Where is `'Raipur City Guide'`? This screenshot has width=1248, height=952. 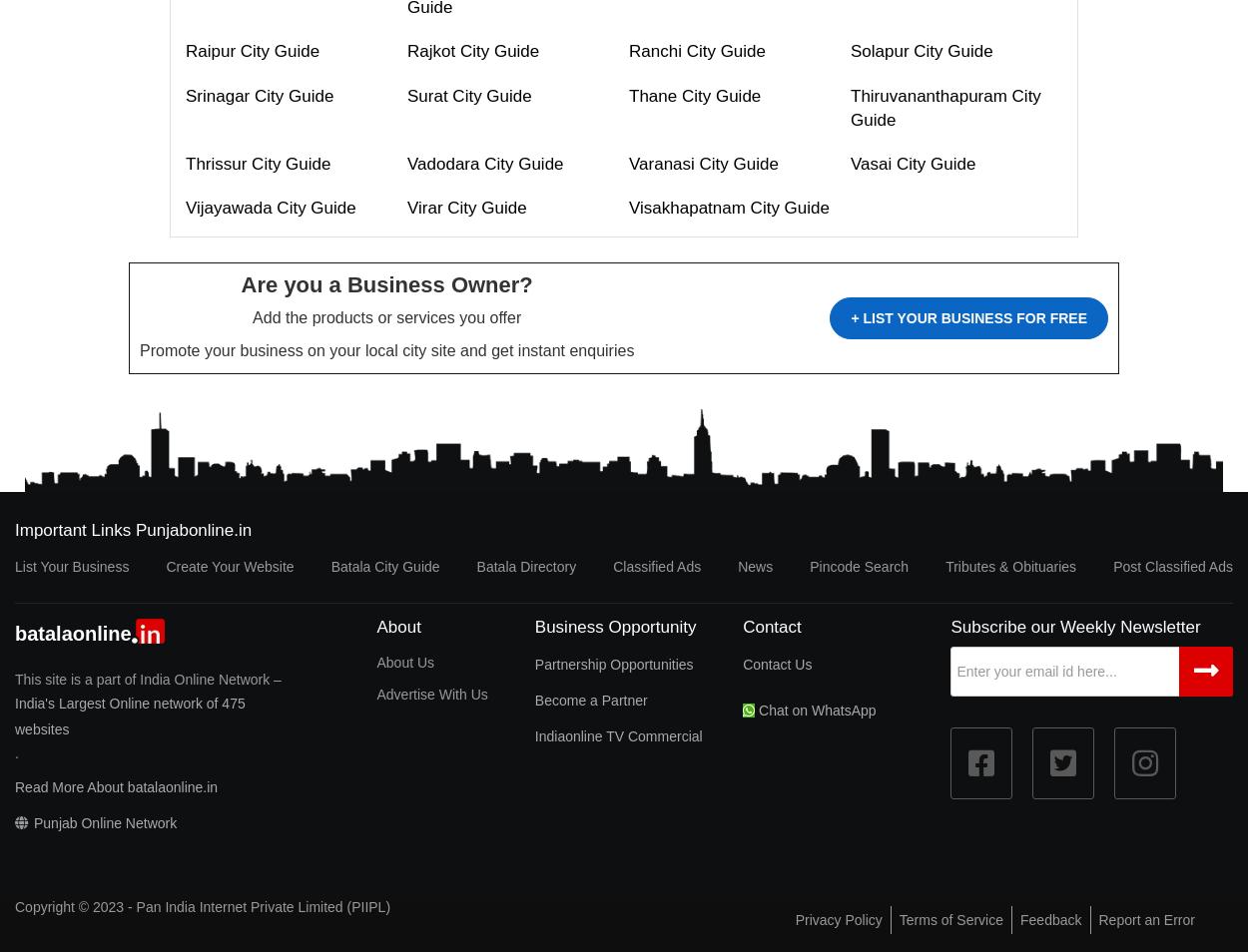
'Raipur City Guide' is located at coordinates (253, 50).